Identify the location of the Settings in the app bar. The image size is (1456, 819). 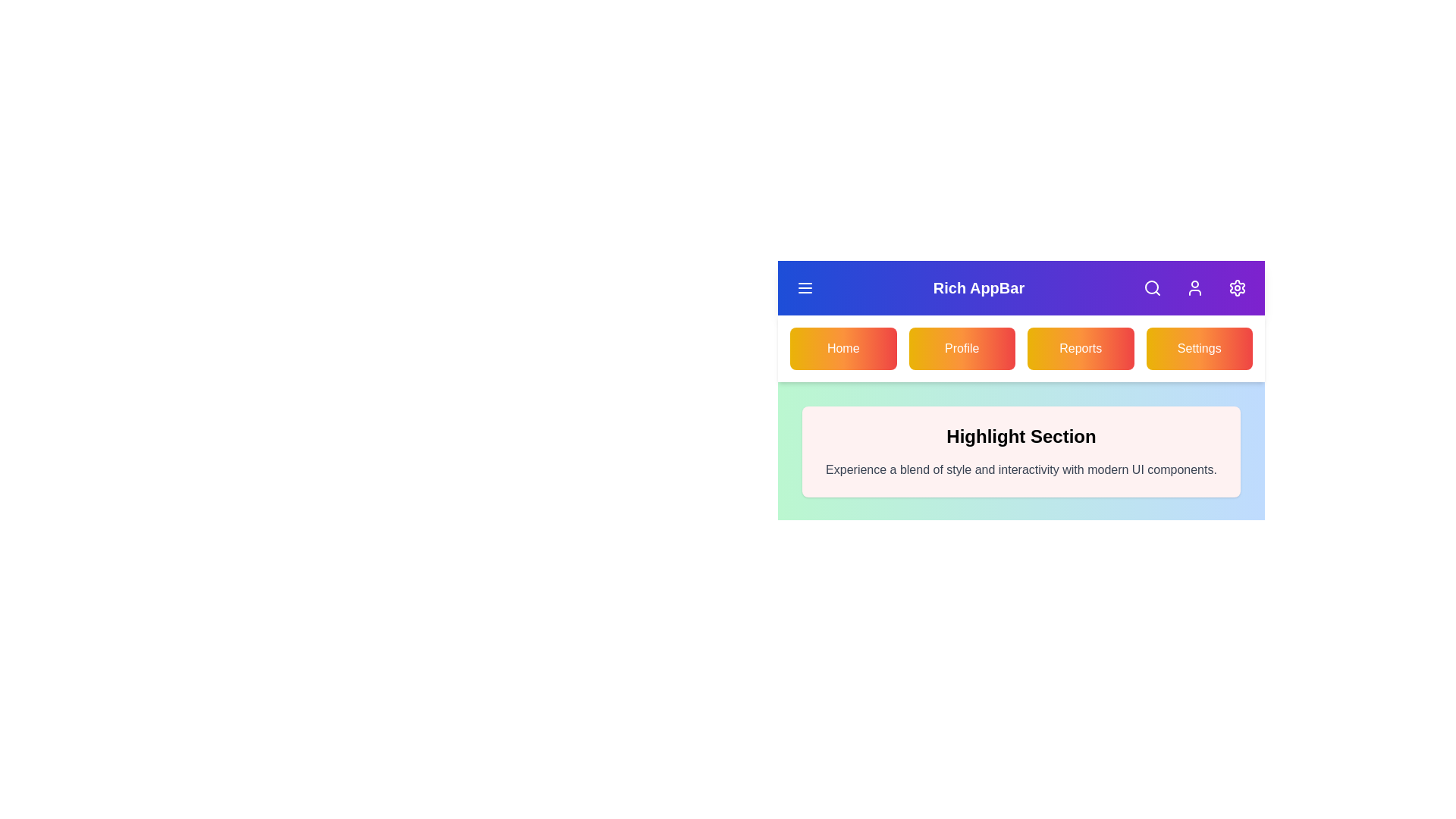
(1238, 288).